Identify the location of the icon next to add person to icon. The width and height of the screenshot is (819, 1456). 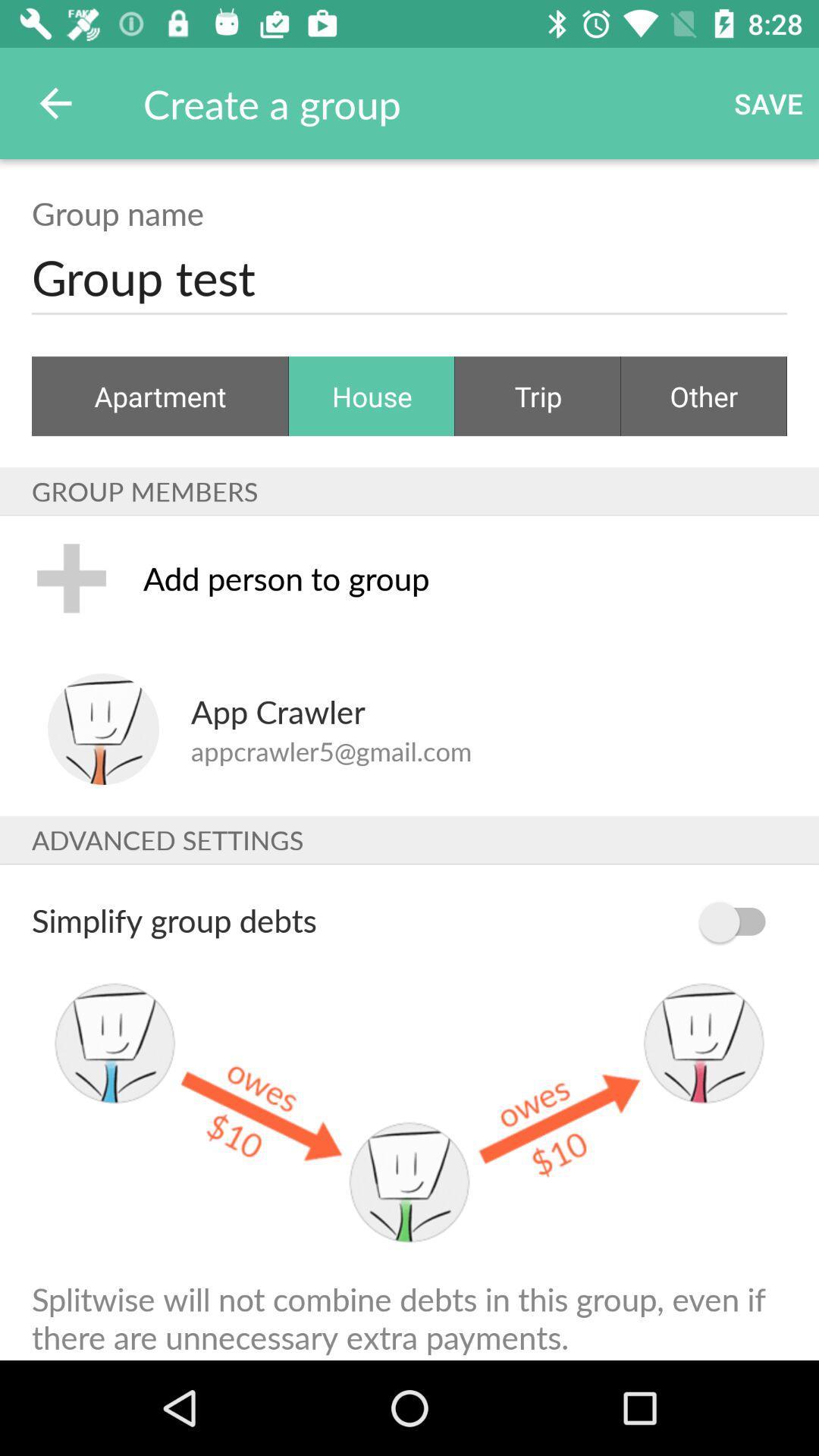
(71, 577).